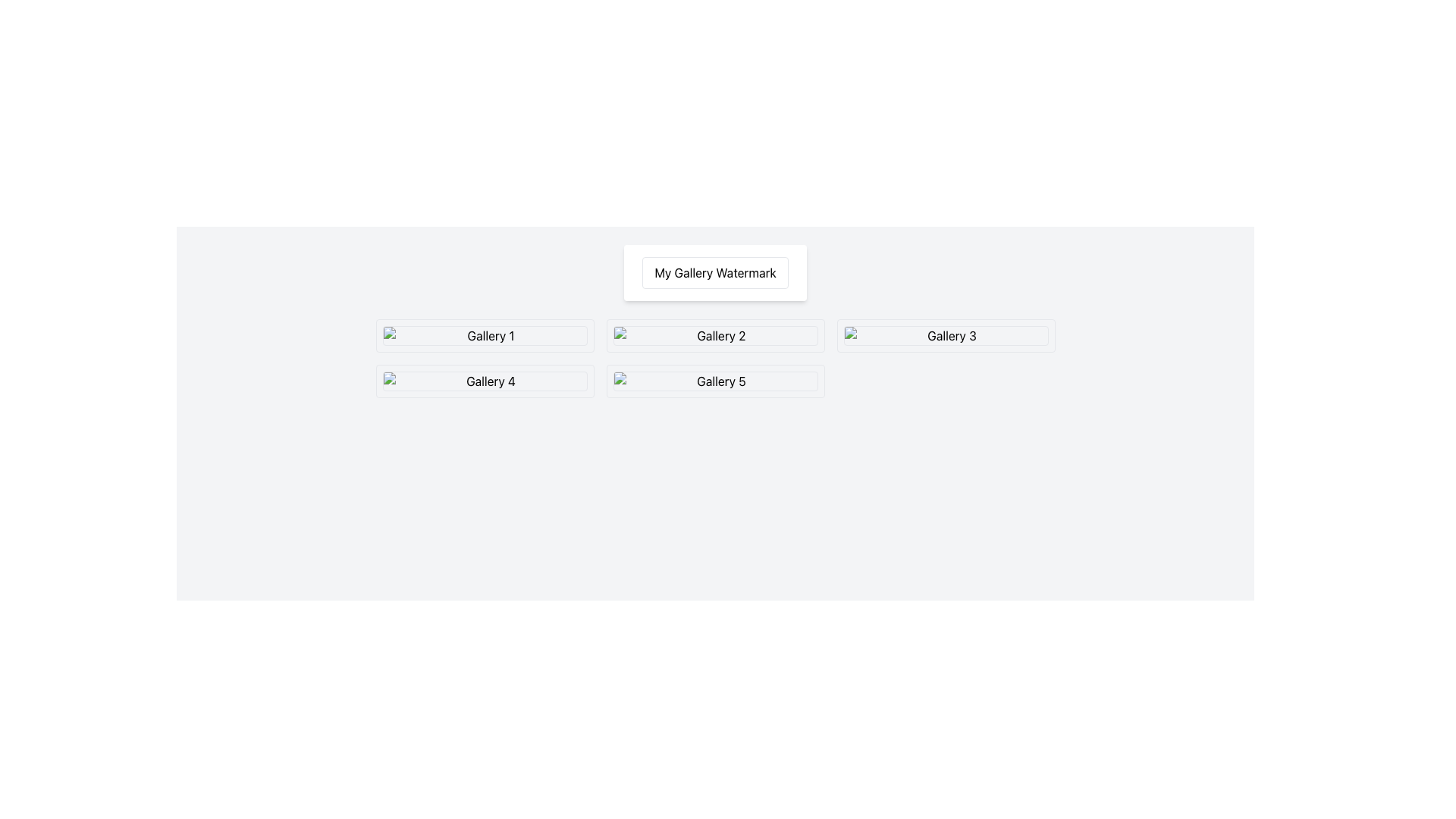  What do you see at coordinates (945, 335) in the screenshot?
I see `the 'Gallery 3' button-like component located in the third column of the first row of the grid below 'My Gallery Watermark'` at bounding box center [945, 335].